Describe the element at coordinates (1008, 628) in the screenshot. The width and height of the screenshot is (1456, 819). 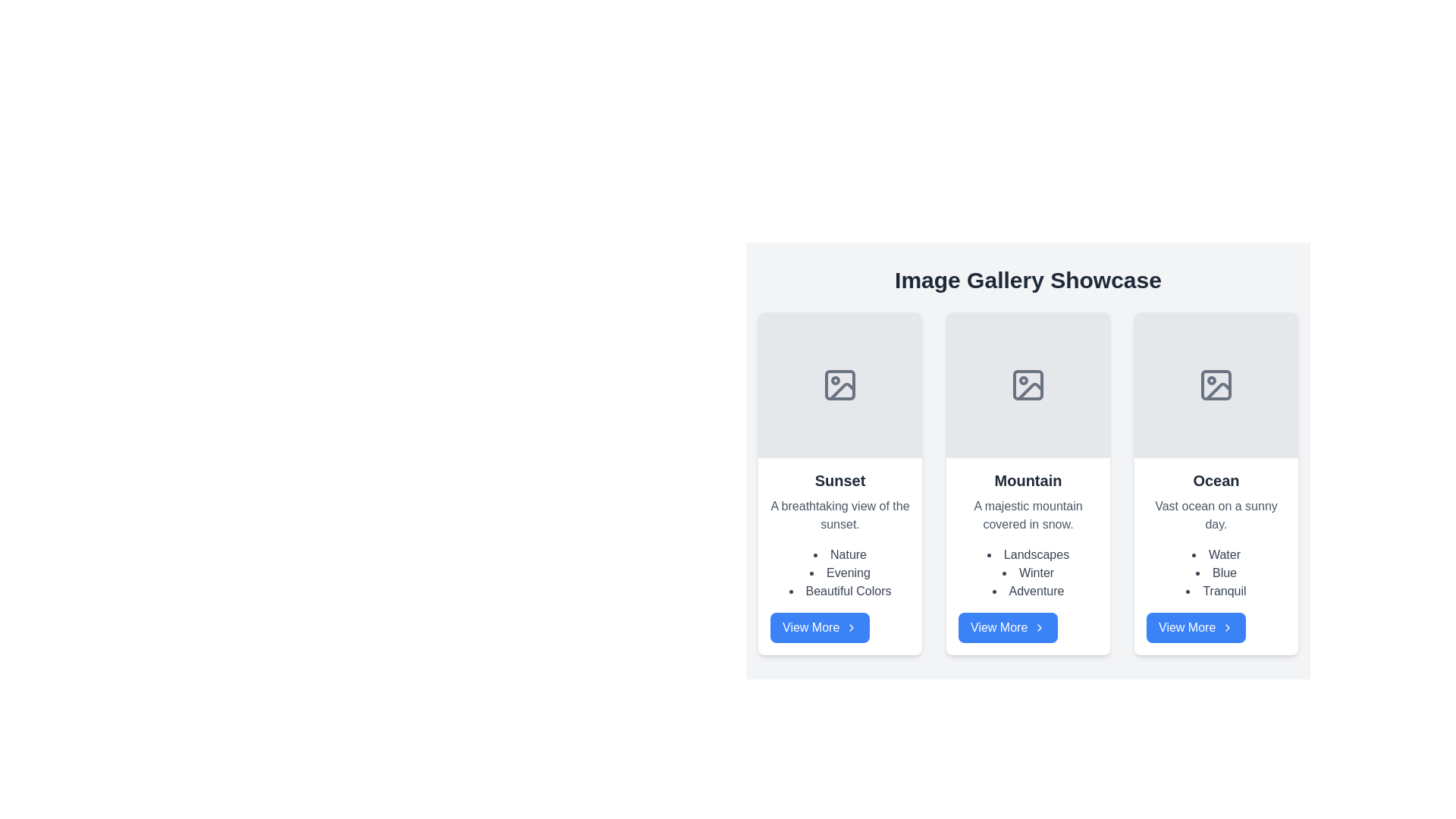
I see `the 'View More' button` at that location.